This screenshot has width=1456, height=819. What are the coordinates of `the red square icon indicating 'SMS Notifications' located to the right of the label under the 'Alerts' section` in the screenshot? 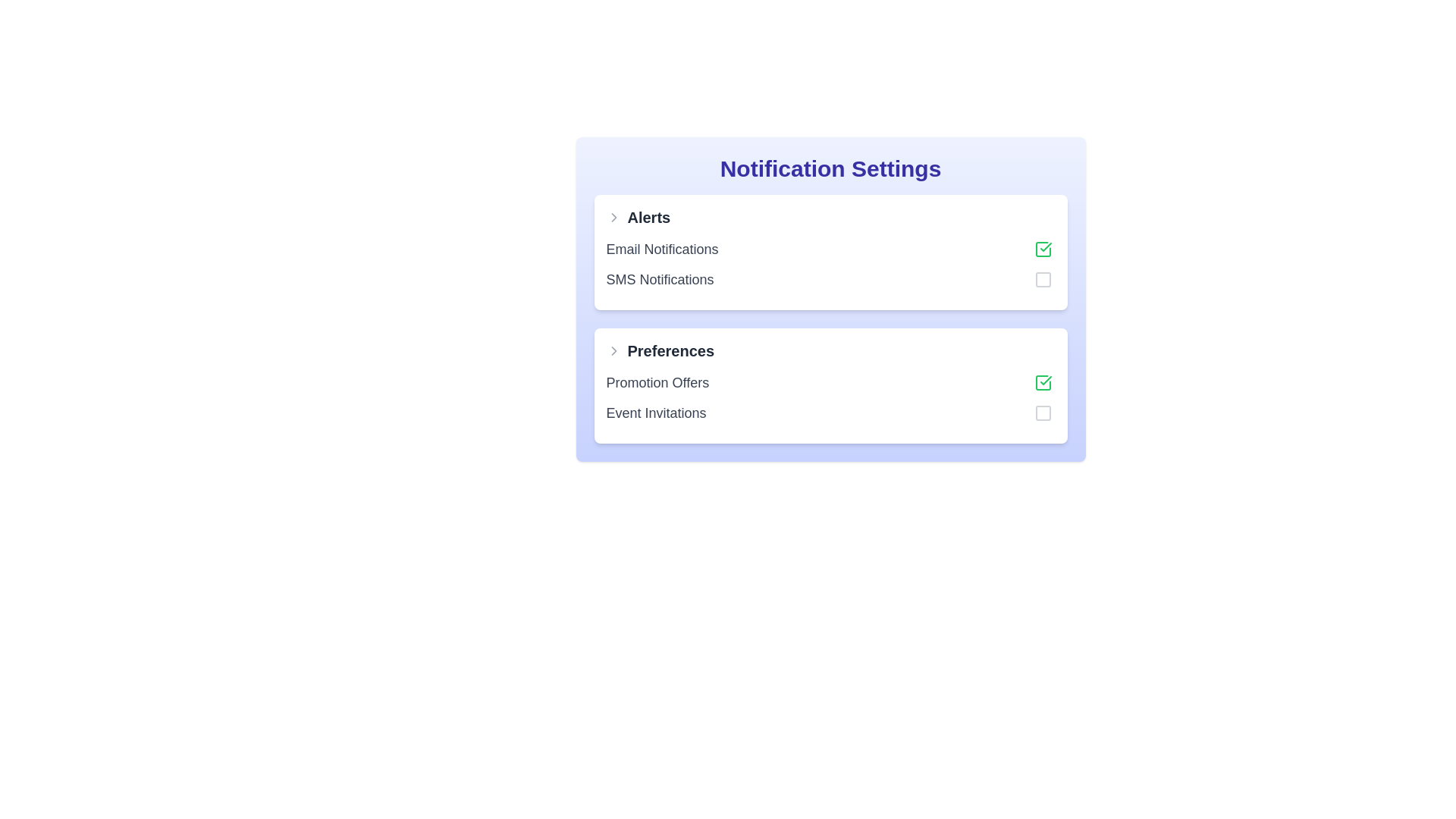 It's located at (1042, 280).